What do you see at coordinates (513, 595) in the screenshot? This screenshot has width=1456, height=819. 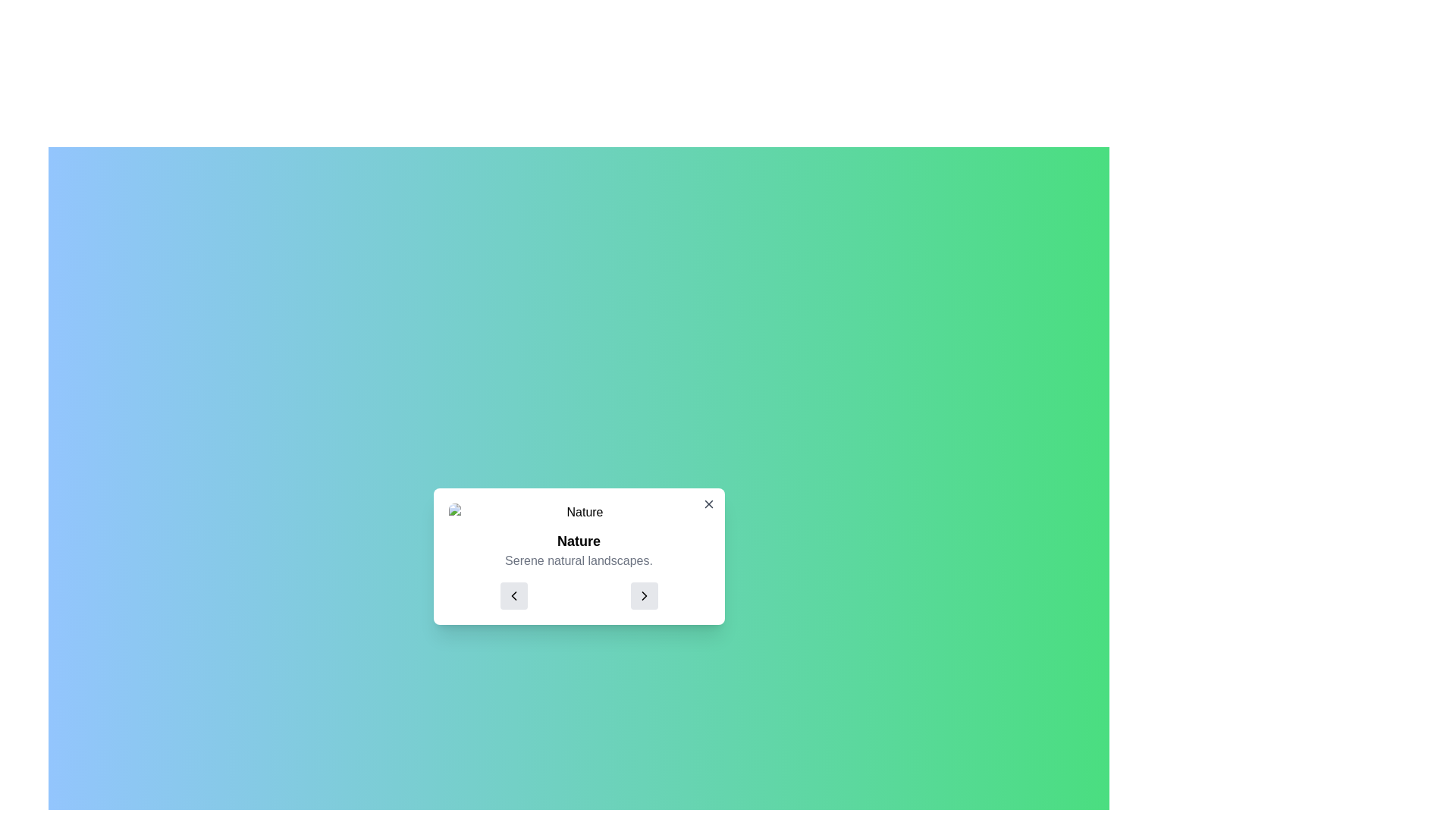 I see `the small left-pointing chevron arrow icon button styled within a rounded, light gray rectangular button in the lower left corner of the dialog` at bounding box center [513, 595].